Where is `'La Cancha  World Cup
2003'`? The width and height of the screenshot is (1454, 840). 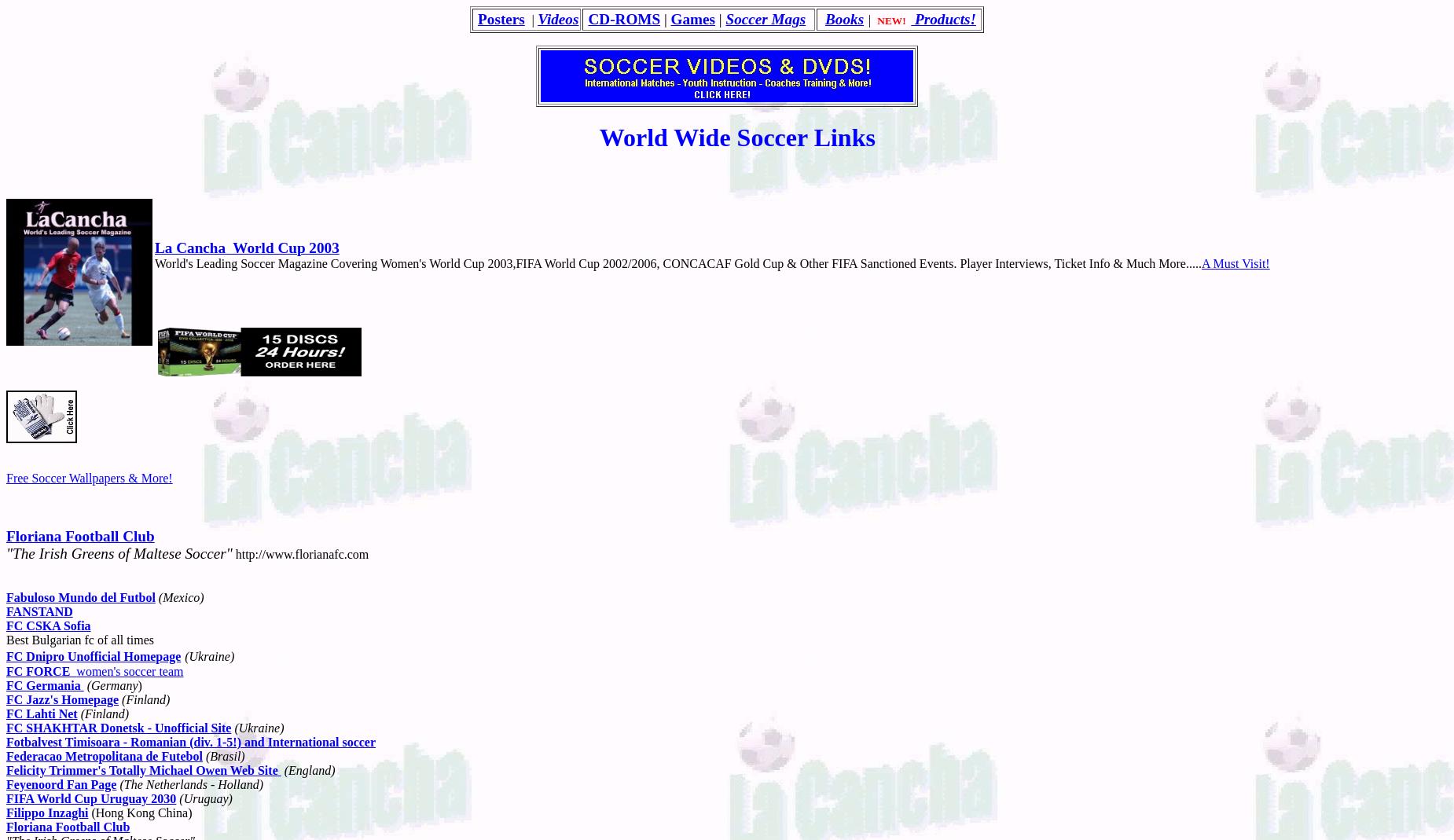 'La Cancha  World Cup
2003' is located at coordinates (245, 246).